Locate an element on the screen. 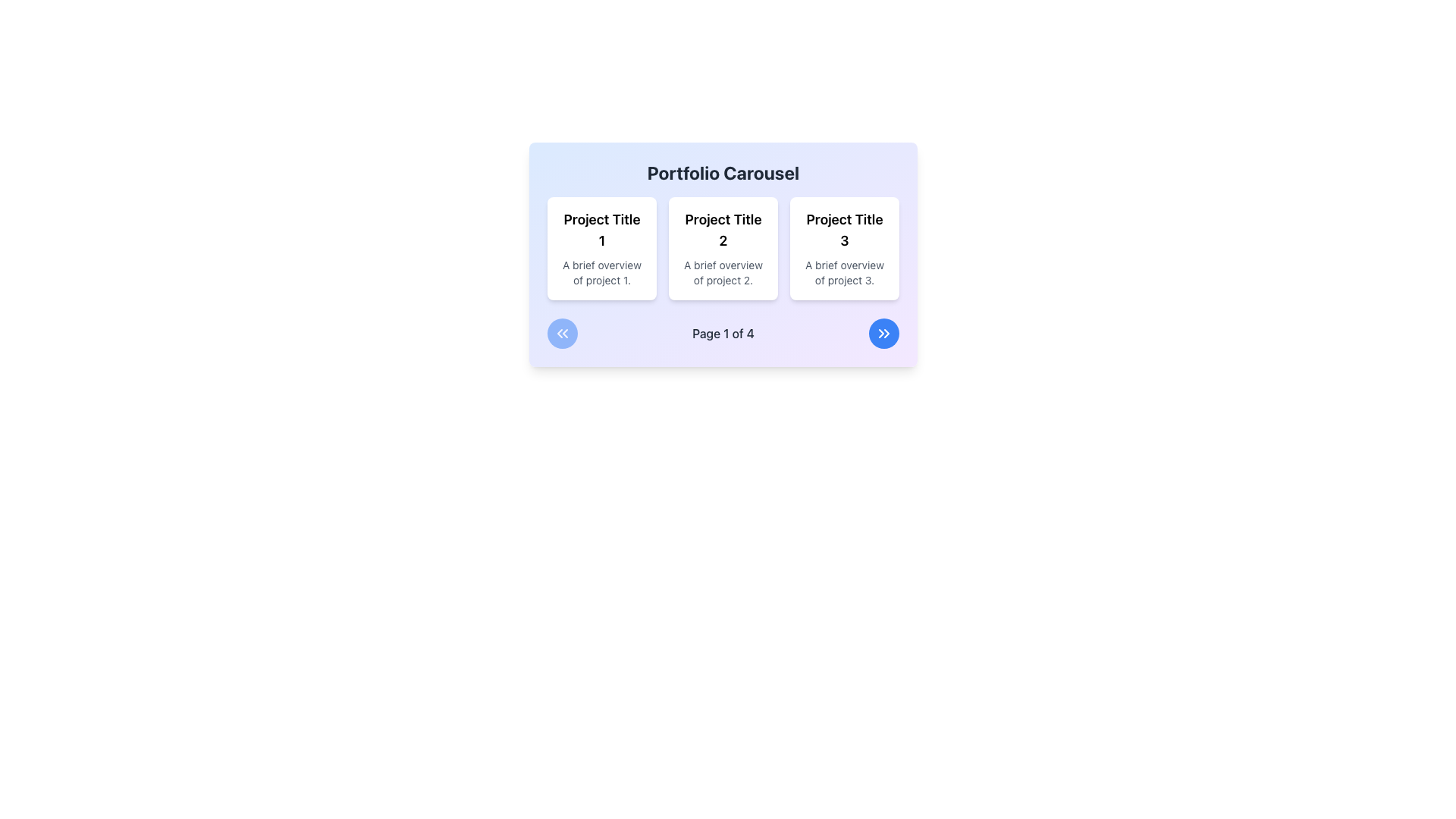 Image resolution: width=1456 pixels, height=819 pixels. the Text Label indicating the current page number and total pages in the carousel navigation for styling effects is located at coordinates (723, 332).